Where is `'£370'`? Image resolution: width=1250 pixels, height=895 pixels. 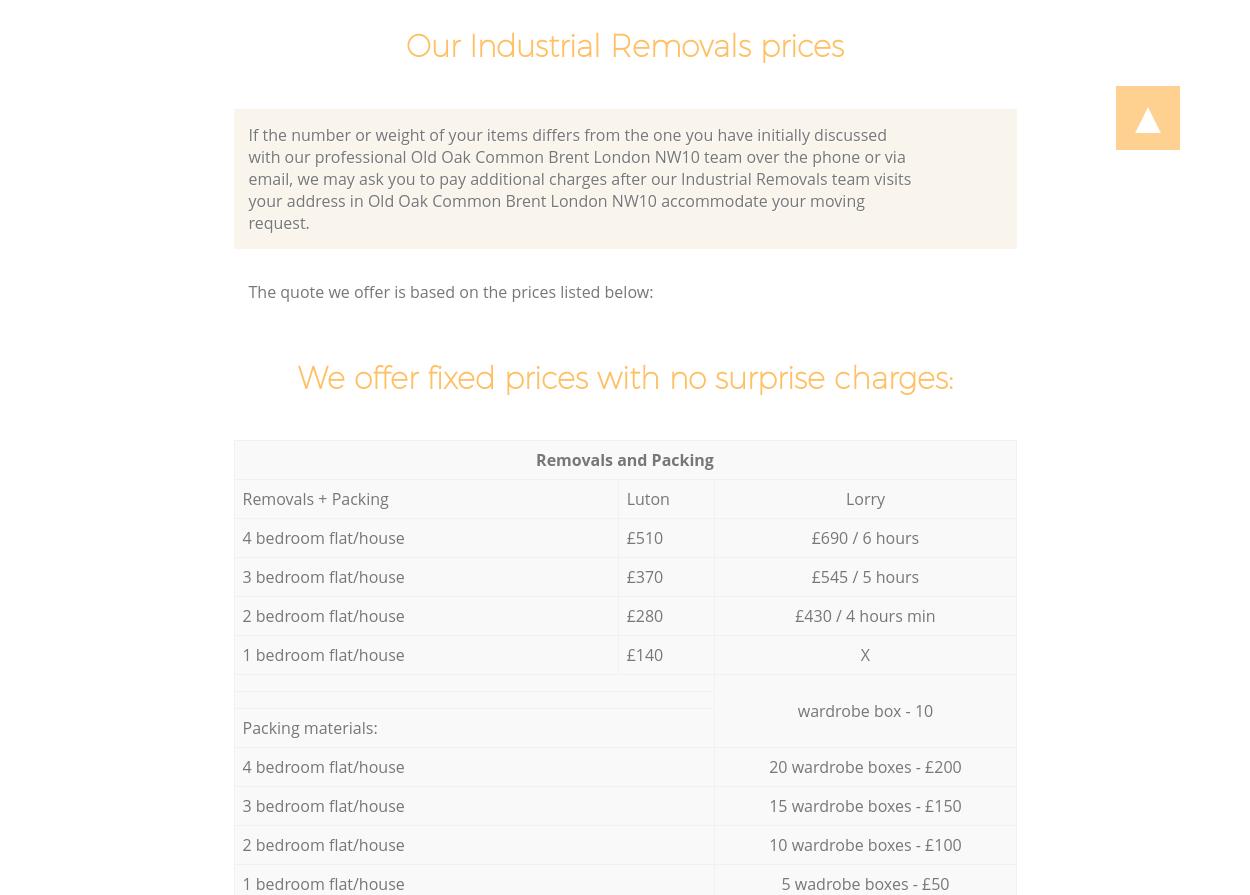 '£370' is located at coordinates (644, 576).